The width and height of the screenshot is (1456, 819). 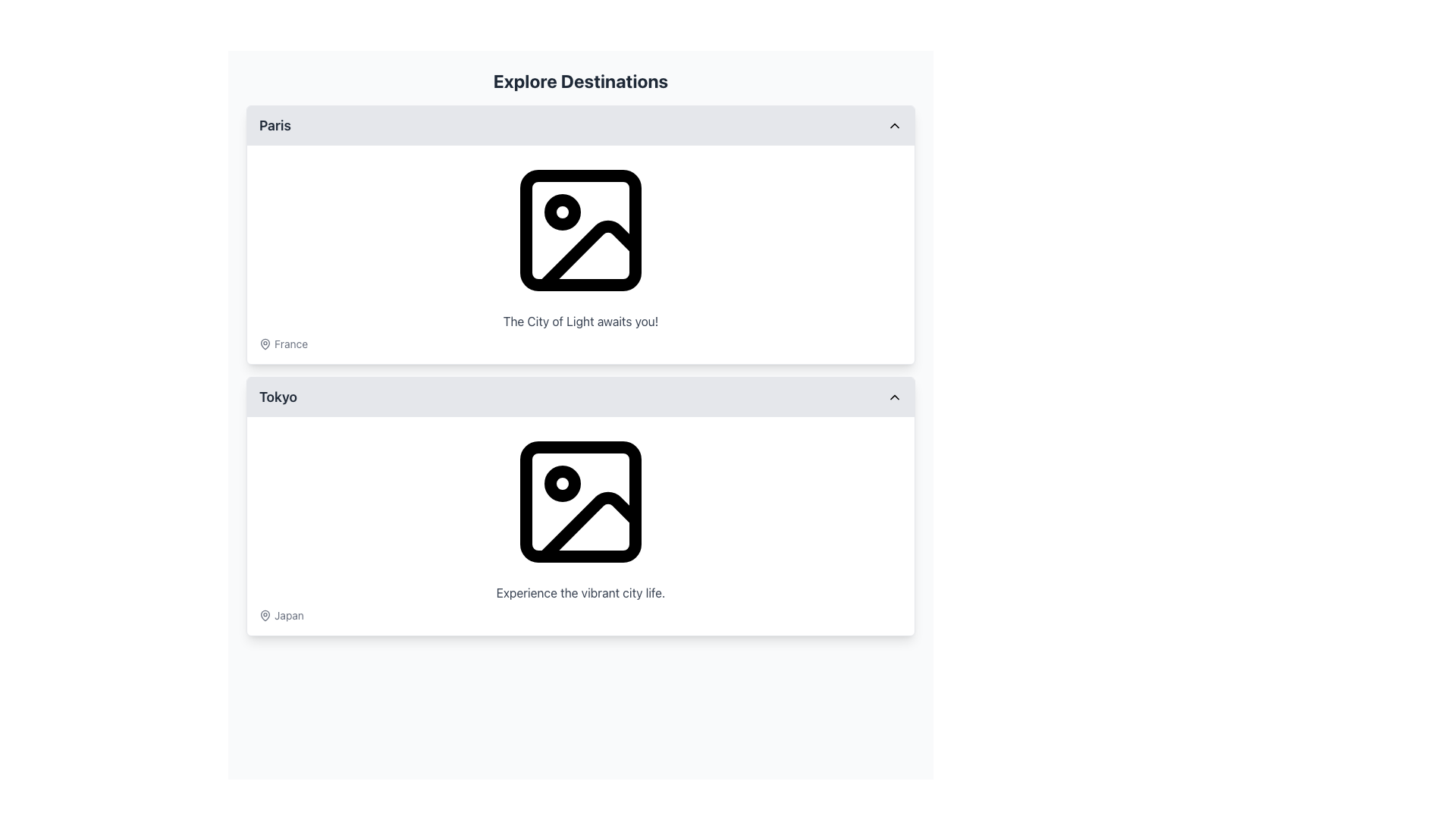 What do you see at coordinates (580, 321) in the screenshot?
I see `descriptive text associated with the 'Paris' section, located immediately above the text 'France' and below an image placeholder` at bounding box center [580, 321].